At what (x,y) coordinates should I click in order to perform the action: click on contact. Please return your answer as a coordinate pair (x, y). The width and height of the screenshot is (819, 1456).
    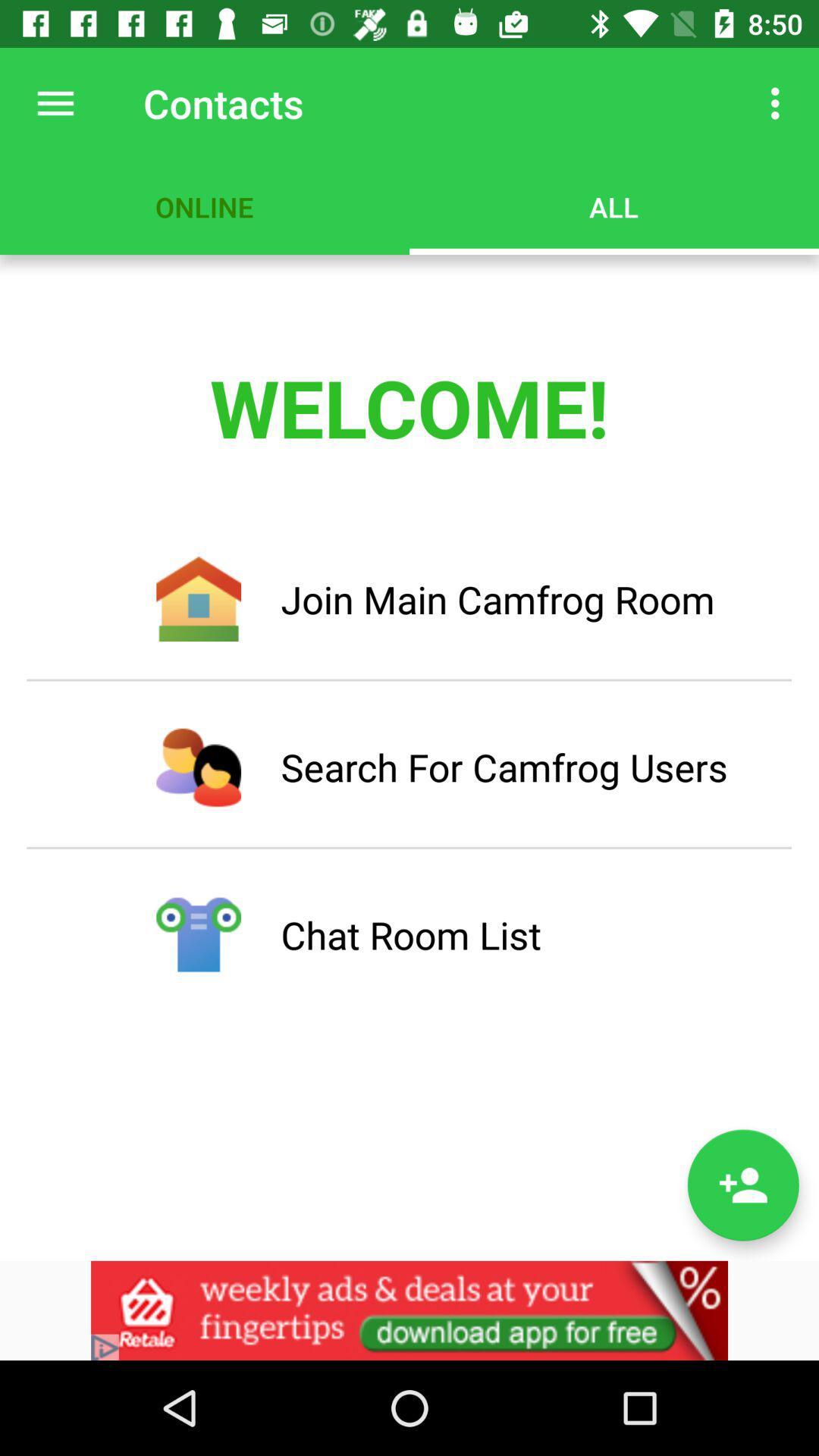
    Looking at the image, I should click on (742, 1185).